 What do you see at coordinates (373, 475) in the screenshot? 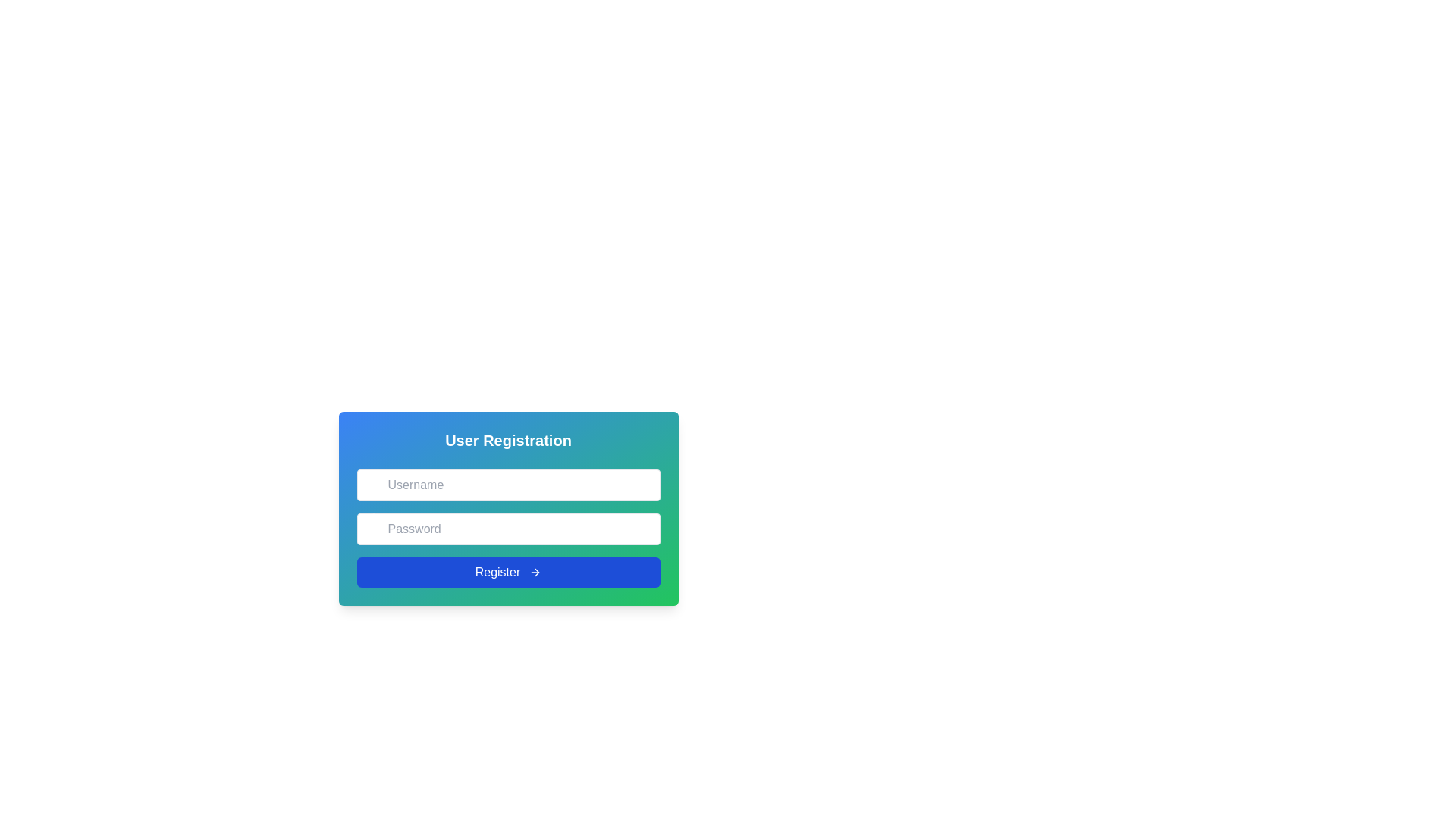
I see `the user icon located on the left side of the 'Username' text input field, which serves as a visual indicator for its purpose` at bounding box center [373, 475].